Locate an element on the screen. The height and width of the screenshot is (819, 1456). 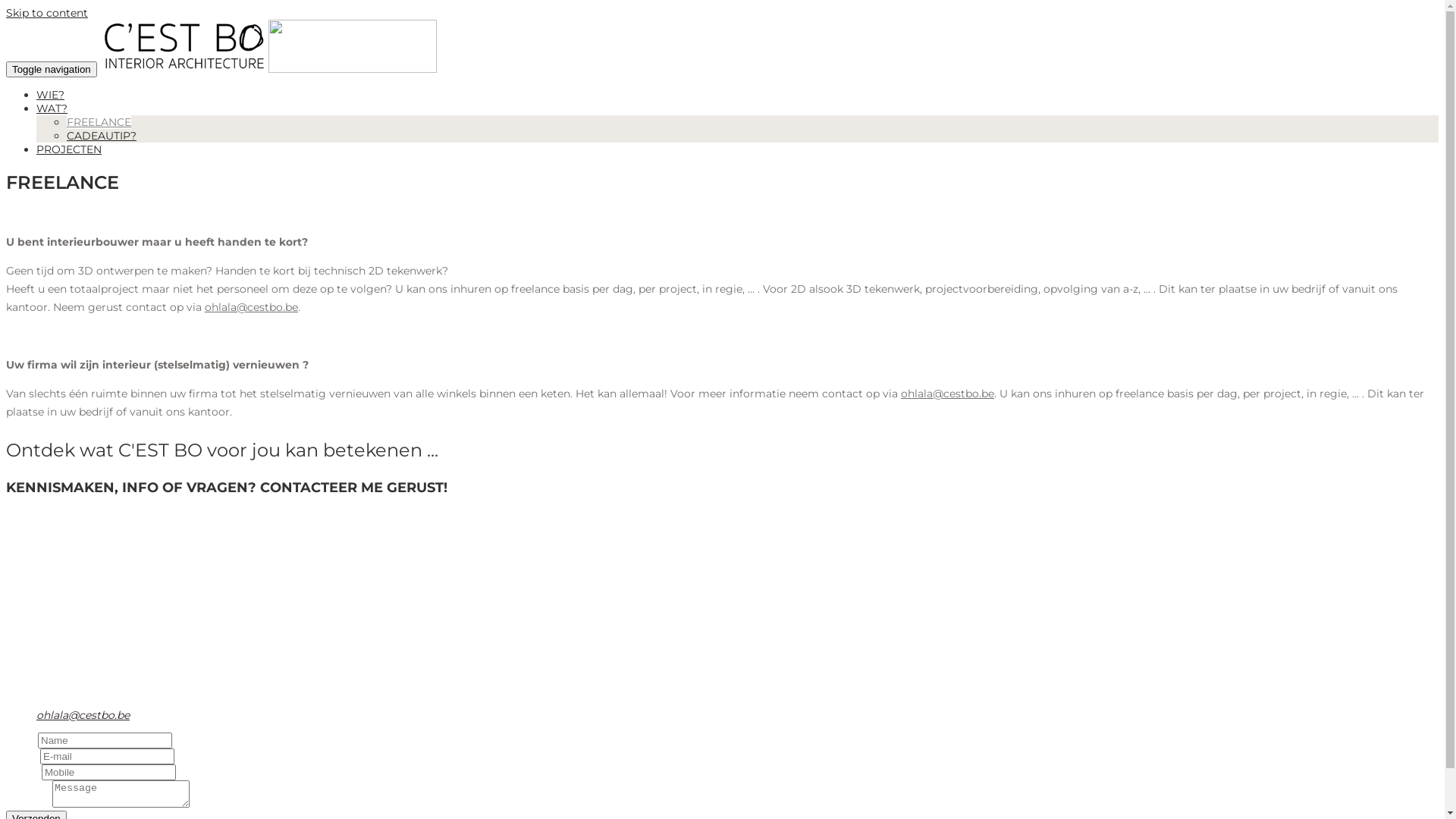
'PROJECTEN' is located at coordinates (36, 149).